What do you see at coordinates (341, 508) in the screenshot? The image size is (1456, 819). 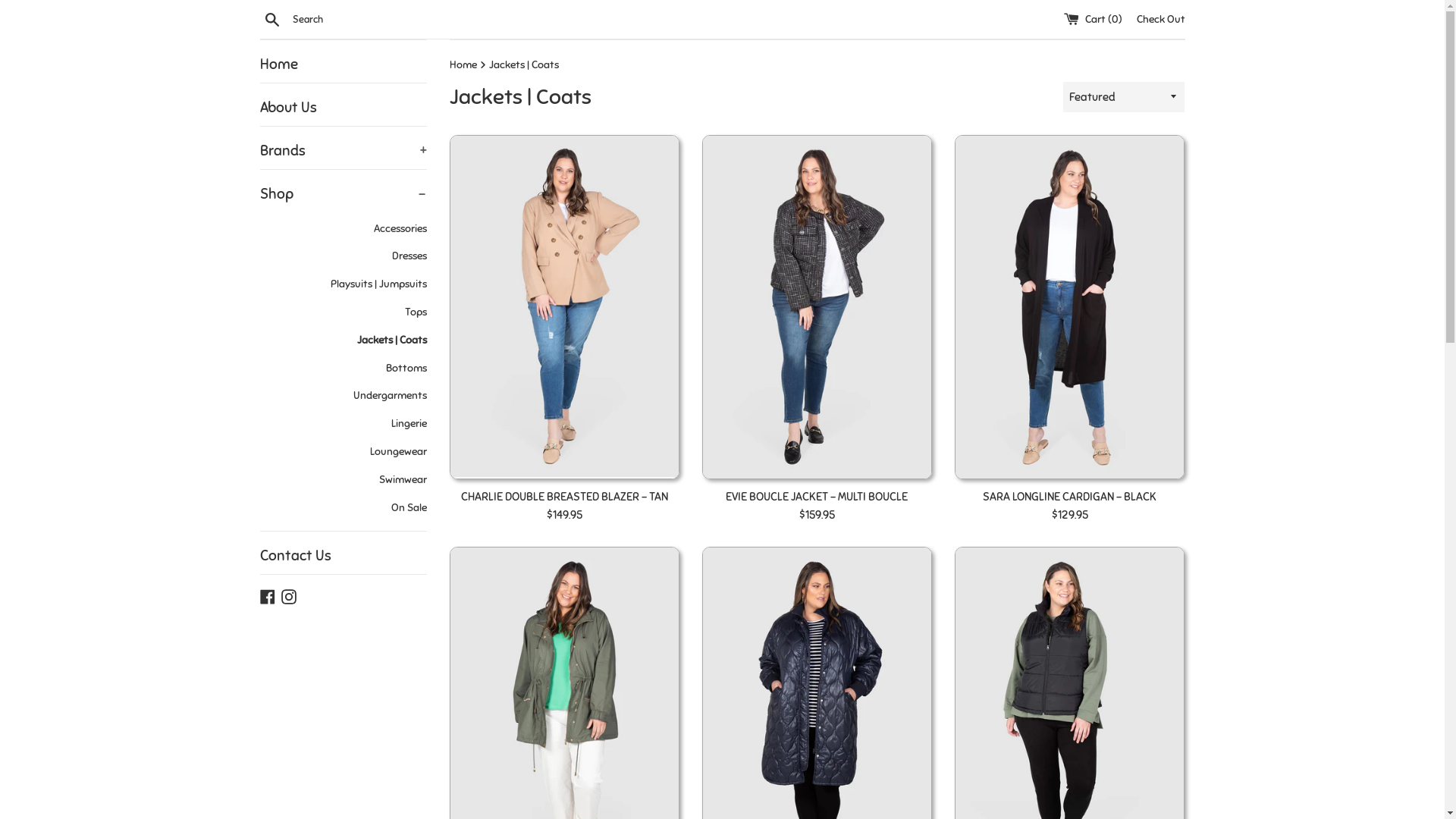 I see `'On Sale'` at bounding box center [341, 508].